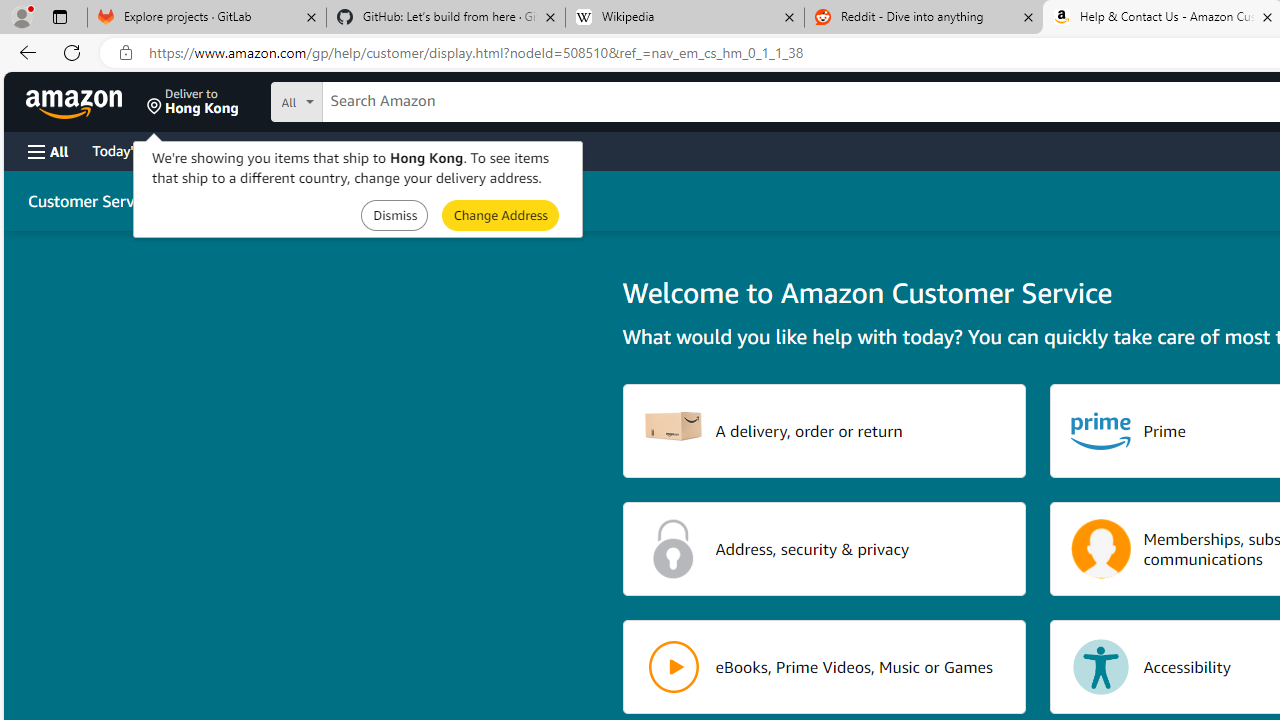 The width and height of the screenshot is (1280, 720). I want to click on 'Deliver to Hong Kong', so click(193, 101).